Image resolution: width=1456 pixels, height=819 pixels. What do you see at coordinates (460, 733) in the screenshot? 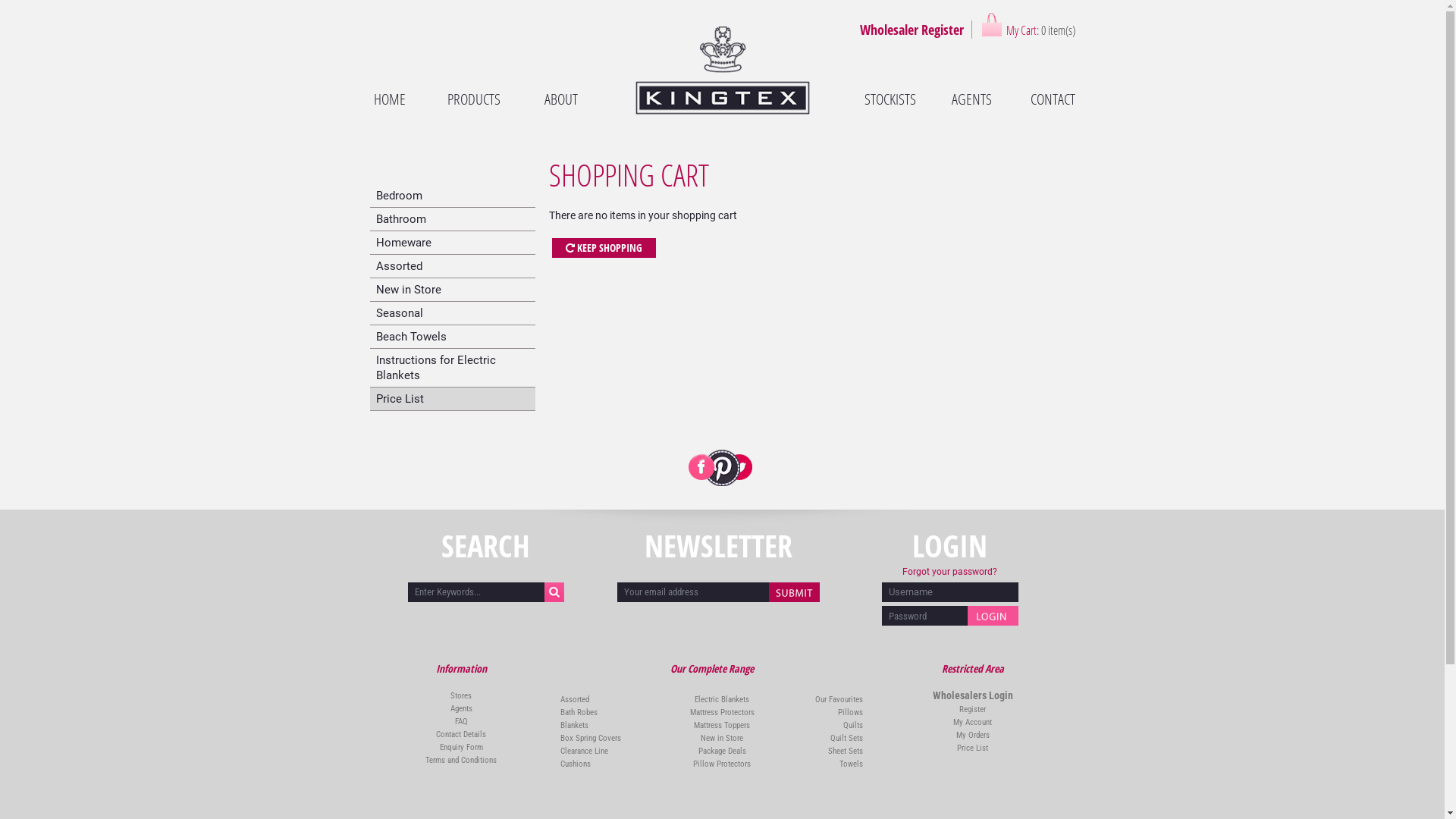
I see `'Contact Details'` at bounding box center [460, 733].